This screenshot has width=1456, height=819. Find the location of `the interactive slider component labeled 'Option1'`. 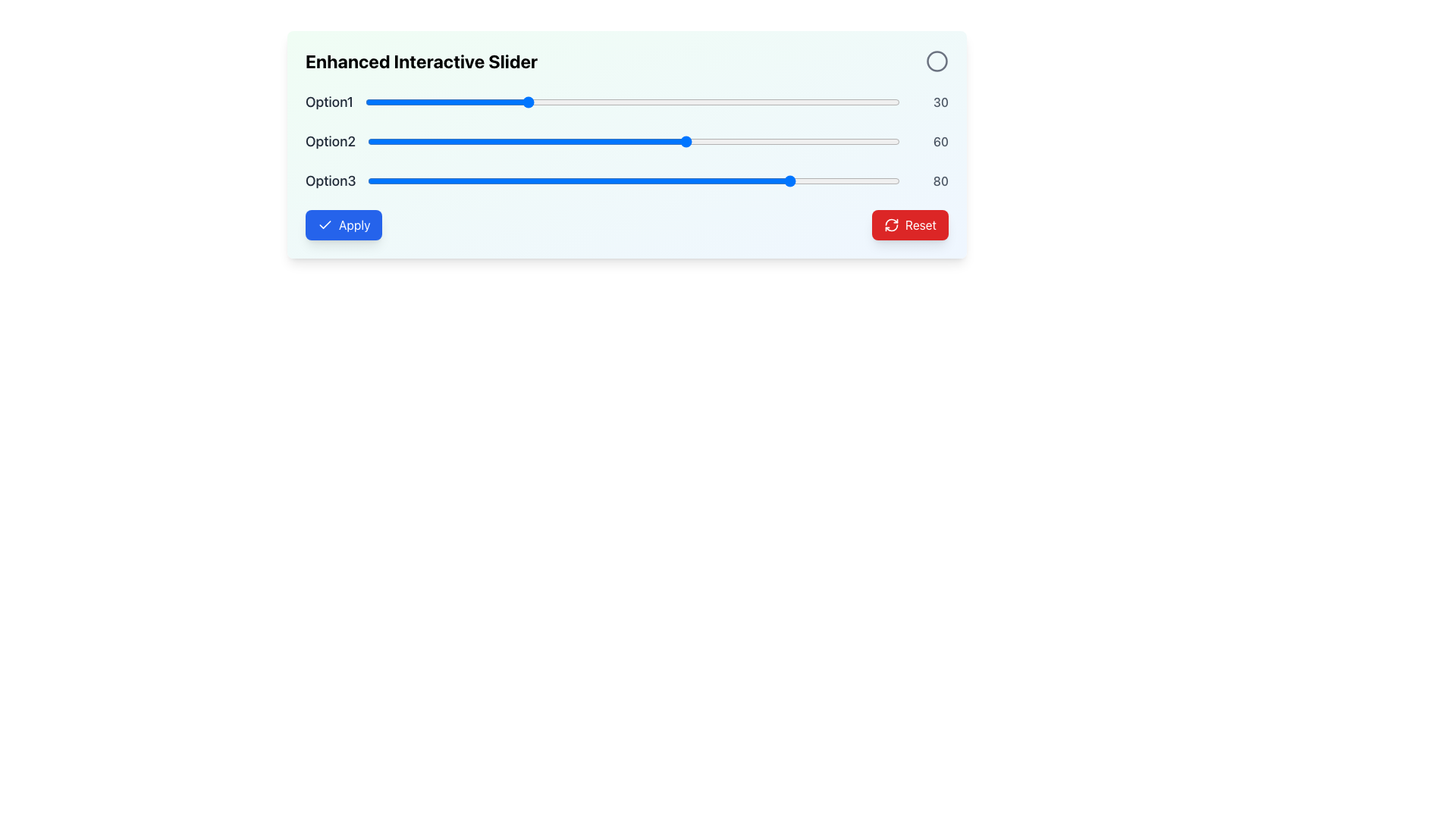

the interactive slider component labeled 'Option1' is located at coordinates (626, 102).